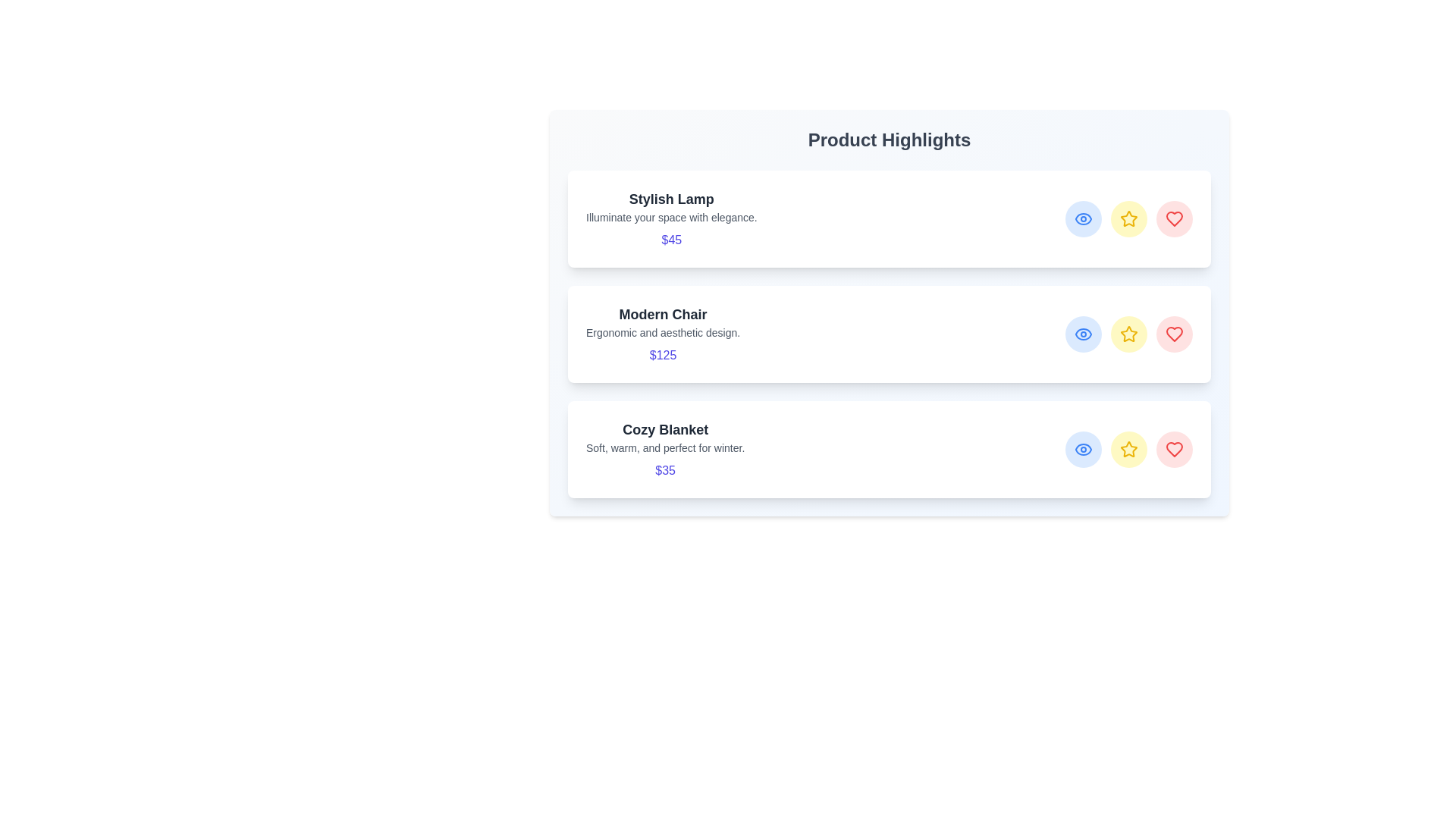 Image resolution: width=1456 pixels, height=819 pixels. Describe the element at coordinates (1128, 333) in the screenshot. I see `star icon for the product titled Modern Chair to mark it as a favorite` at that location.